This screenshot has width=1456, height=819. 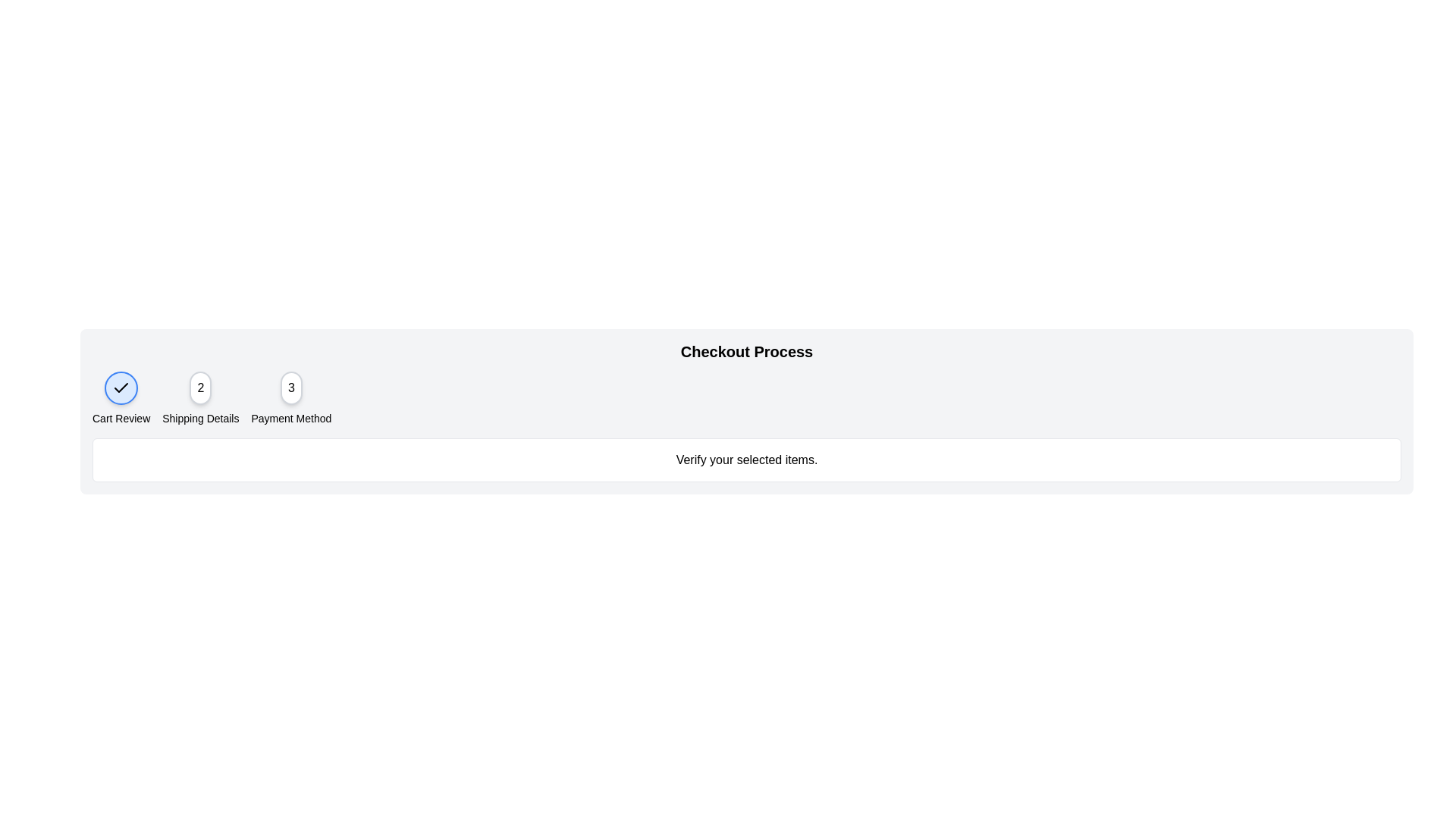 I want to click on the small checkmark icon with a blue border and light blue background, which represents the 'Cart Review' step in the interface, so click(x=121, y=388).